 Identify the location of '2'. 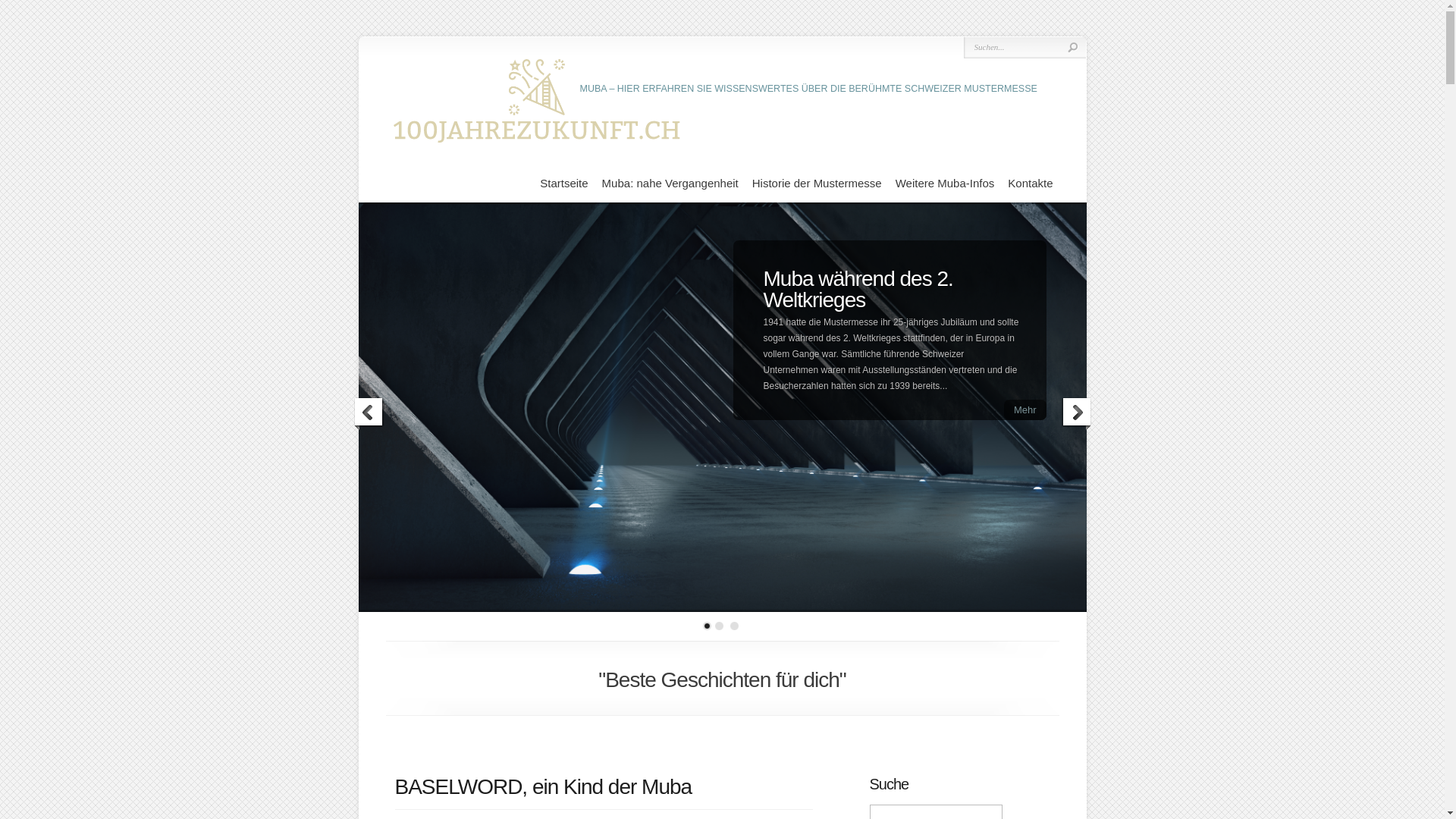
(718, 626).